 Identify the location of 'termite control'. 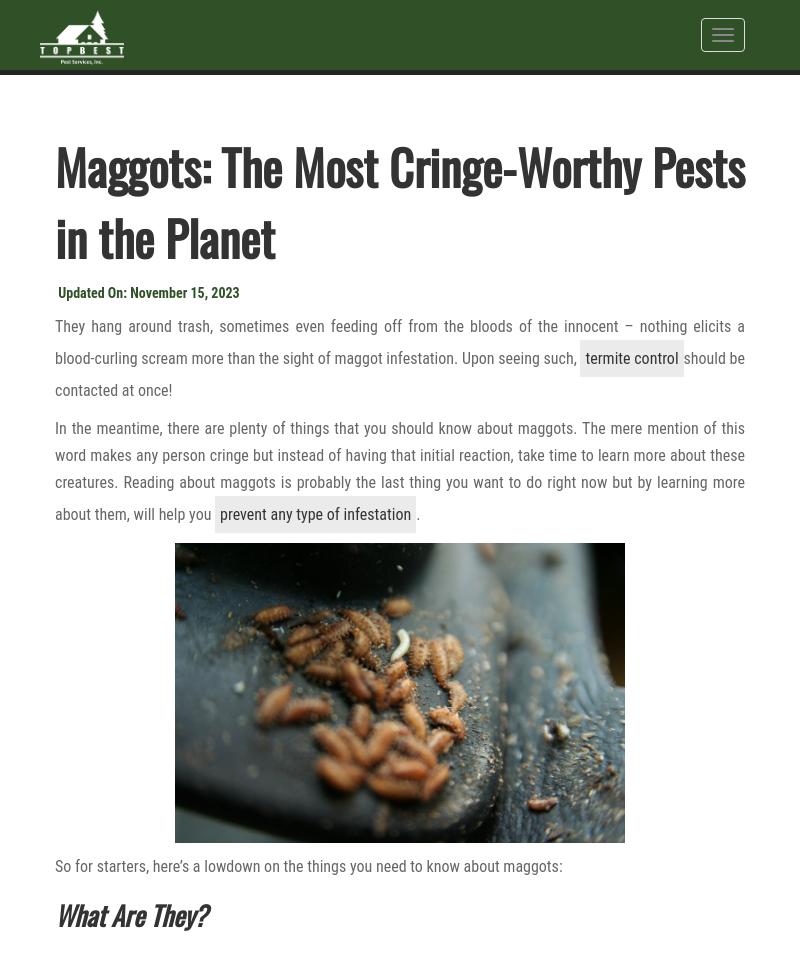
(631, 357).